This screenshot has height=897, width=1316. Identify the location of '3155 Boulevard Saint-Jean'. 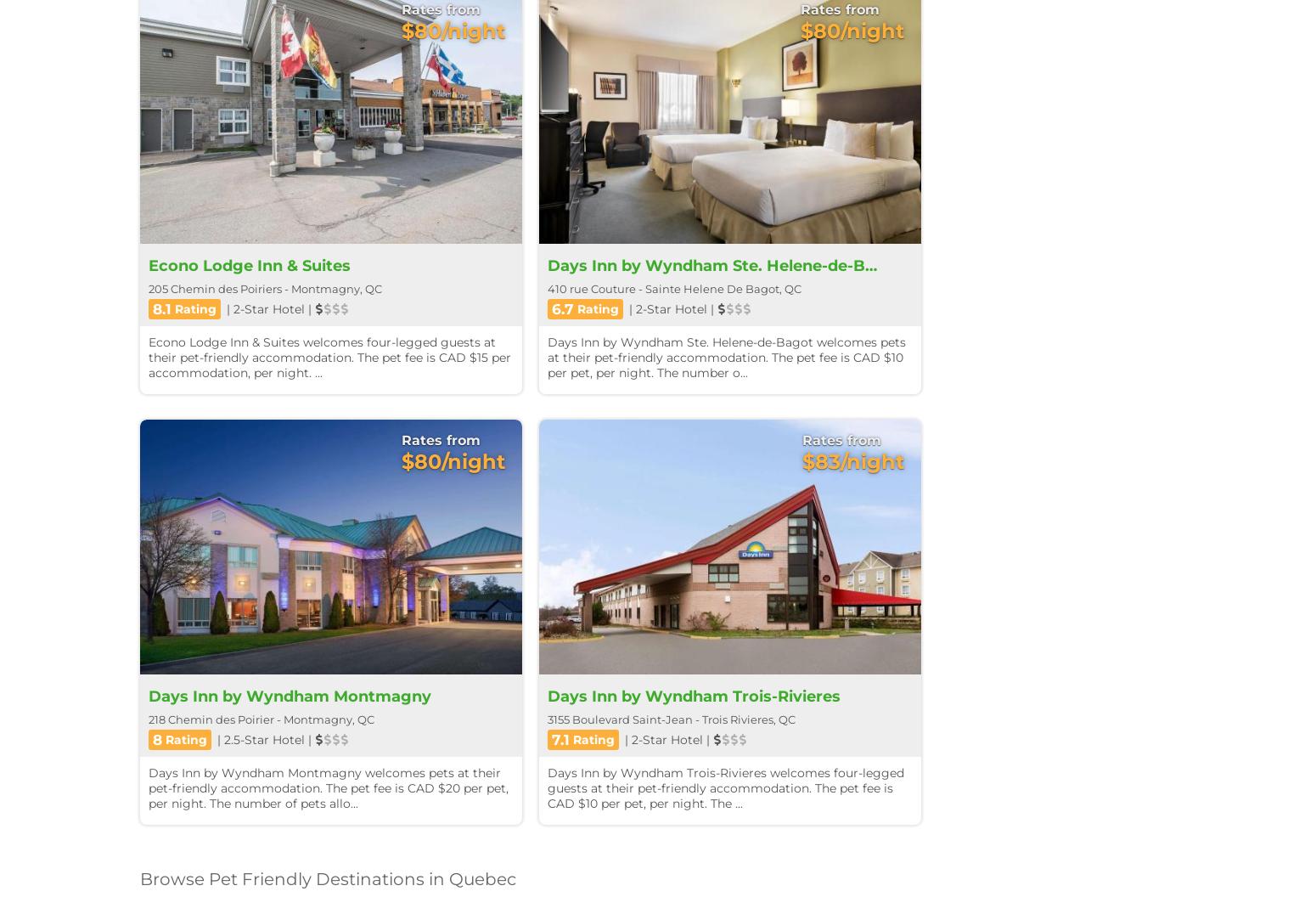
(620, 718).